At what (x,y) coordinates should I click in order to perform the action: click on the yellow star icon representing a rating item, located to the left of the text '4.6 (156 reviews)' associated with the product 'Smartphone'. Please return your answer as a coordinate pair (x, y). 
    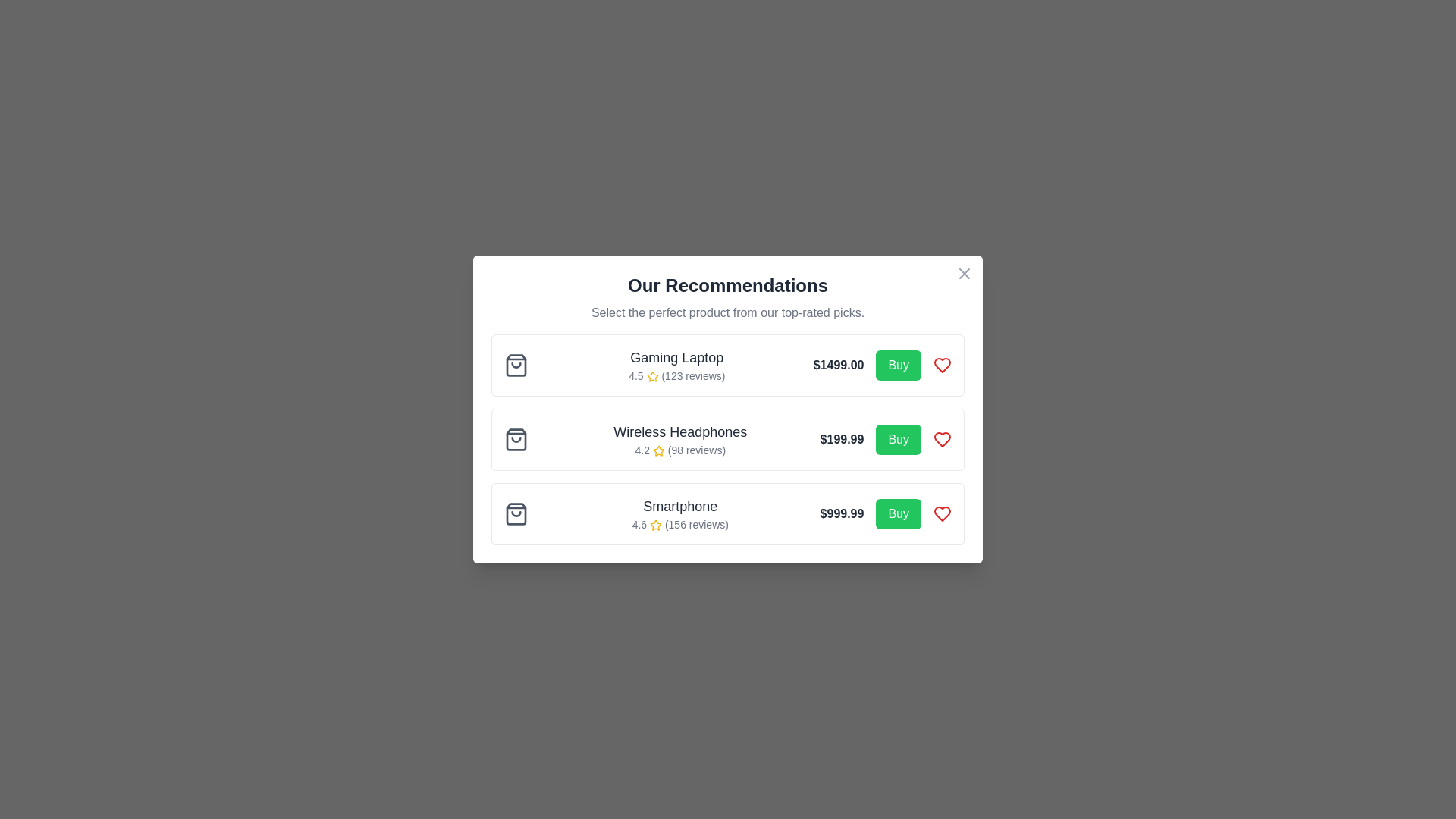
    Looking at the image, I should click on (655, 525).